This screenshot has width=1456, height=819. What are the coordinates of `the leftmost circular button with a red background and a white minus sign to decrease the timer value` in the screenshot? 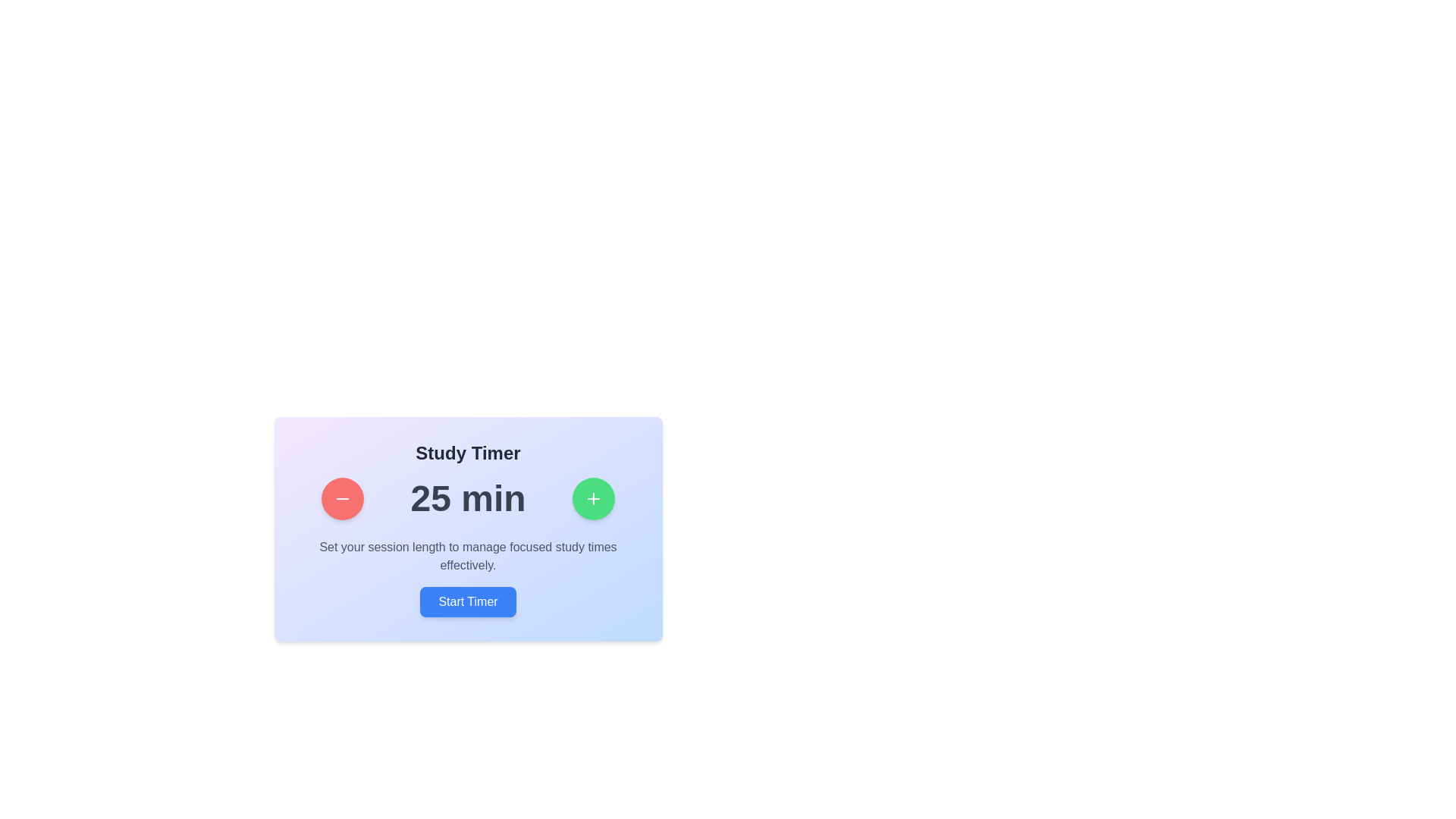 It's located at (341, 499).